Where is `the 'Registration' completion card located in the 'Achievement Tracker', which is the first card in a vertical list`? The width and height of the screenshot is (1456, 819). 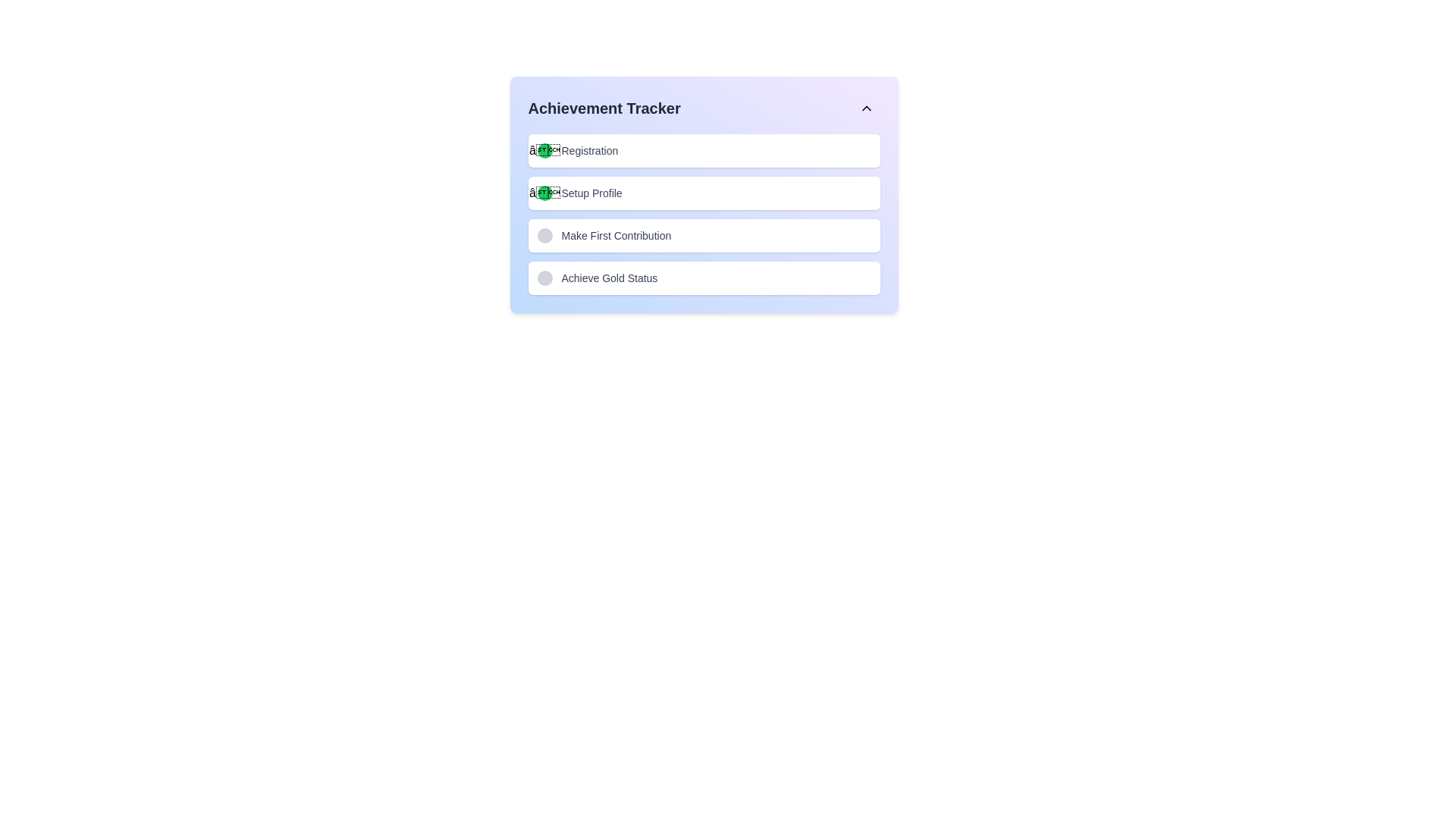
the 'Registration' completion card located in the 'Achievement Tracker', which is the first card in a vertical list is located at coordinates (703, 151).